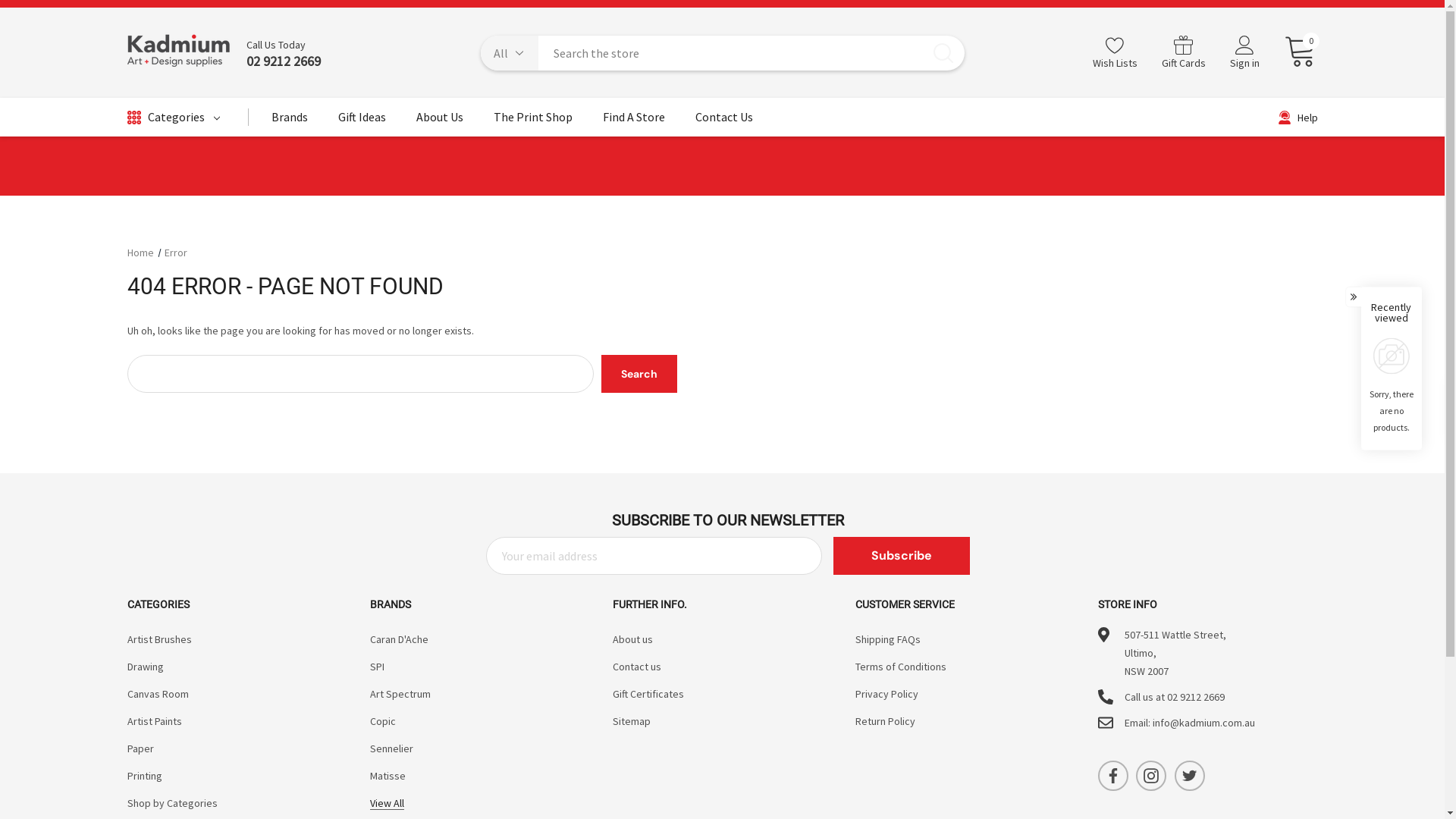 The height and width of the screenshot is (819, 1456). Describe the element at coordinates (175, 251) in the screenshot. I see `'Error'` at that location.